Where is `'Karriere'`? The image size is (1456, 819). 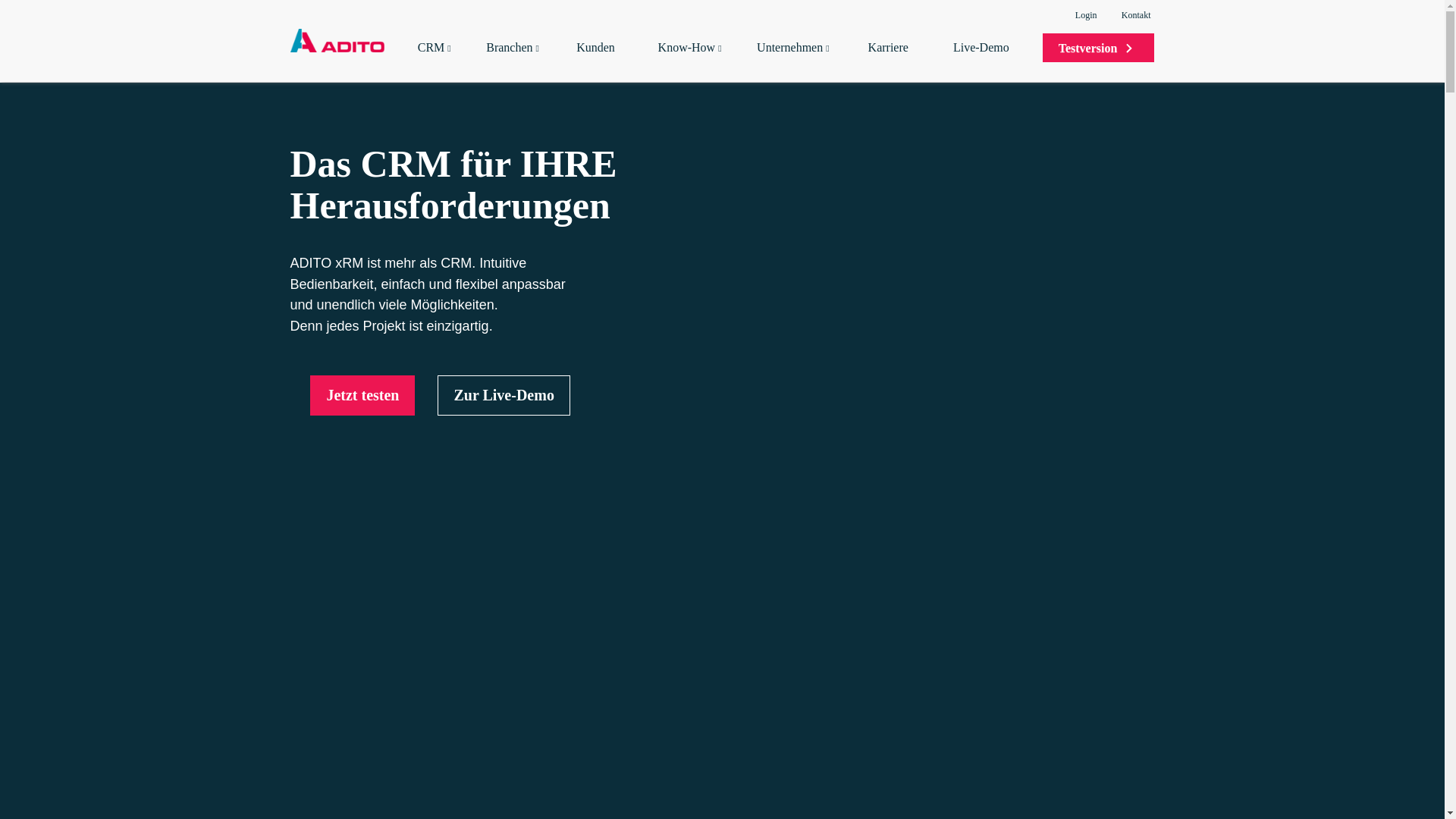
'Karriere' is located at coordinates (896, 60).